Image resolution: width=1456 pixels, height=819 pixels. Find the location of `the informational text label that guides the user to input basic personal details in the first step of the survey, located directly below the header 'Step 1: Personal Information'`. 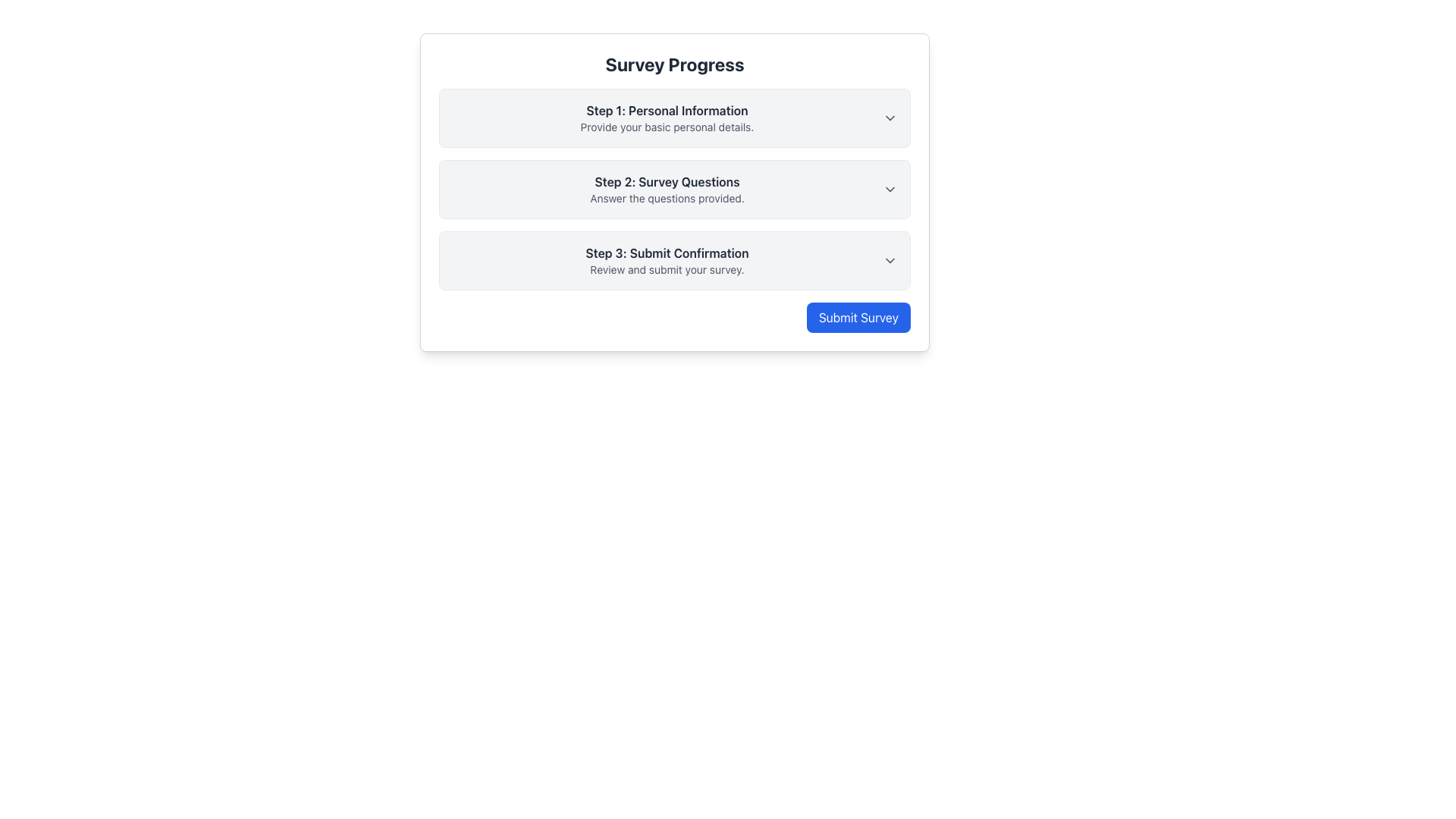

the informational text label that guides the user to input basic personal details in the first step of the survey, located directly below the header 'Step 1: Personal Information' is located at coordinates (667, 127).